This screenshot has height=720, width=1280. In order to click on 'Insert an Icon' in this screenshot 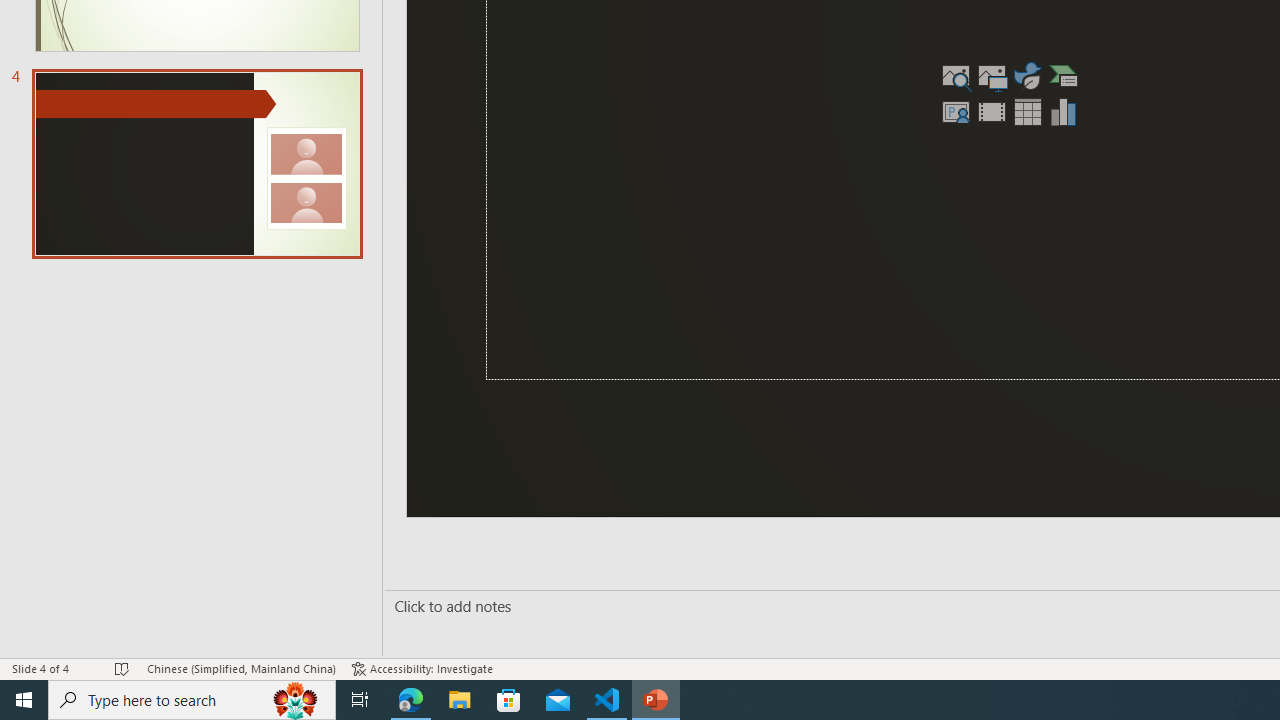, I will do `click(1028, 74)`.